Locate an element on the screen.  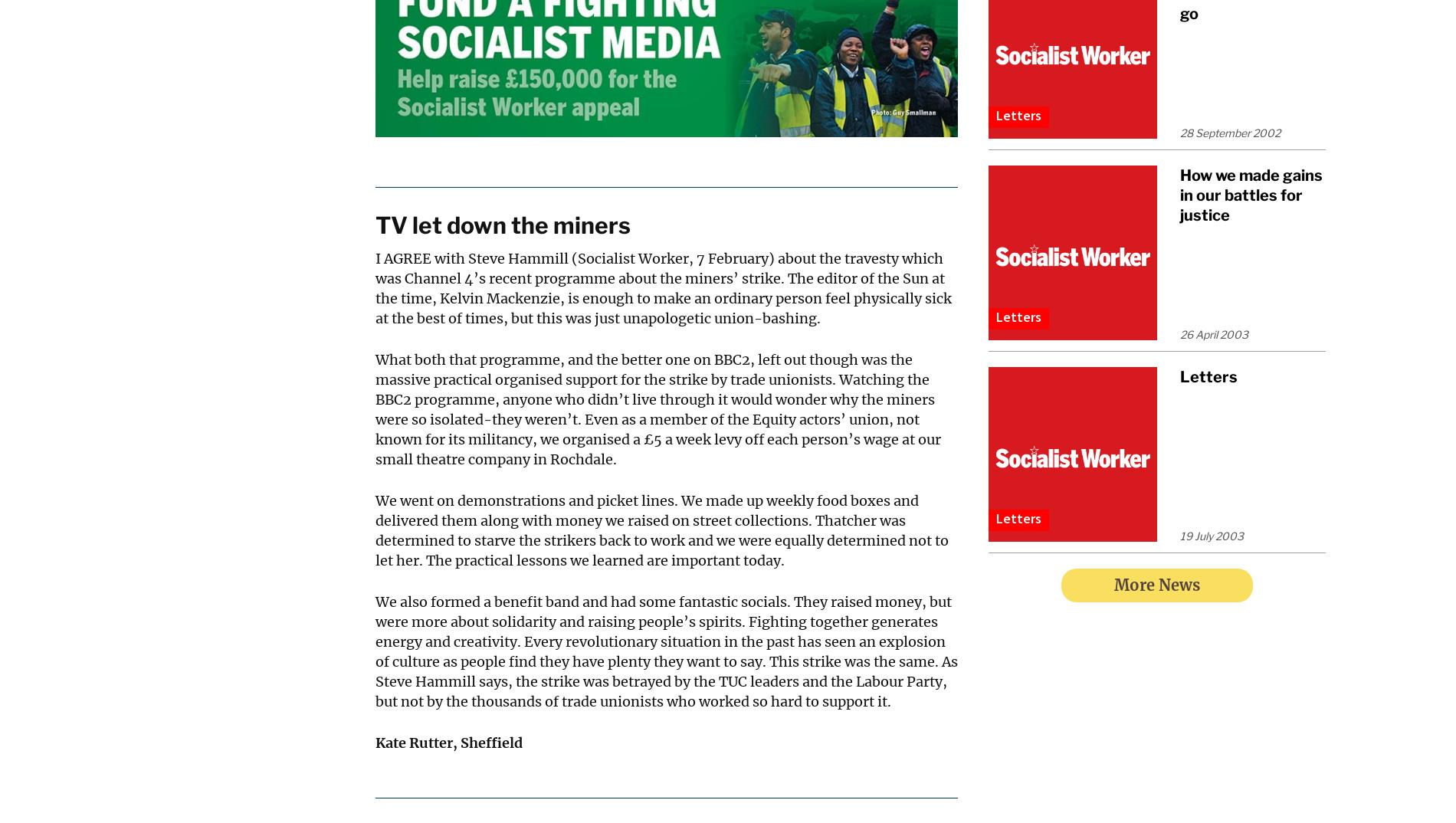
'What both that programme, and the better one on BBC2, left out though was the massive practical organised support for the strike by trade unionists. Watching the BBC2 programme, anyone who didn’t live through it would wonder why the miners were so isolated-they weren’t. Even as a member of the Equity actors’ union, not known for its militancy, we organised a £5 a week levy off each person’s wage at our small theatre company in Rochdale.' is located at coordinates (657, 409).